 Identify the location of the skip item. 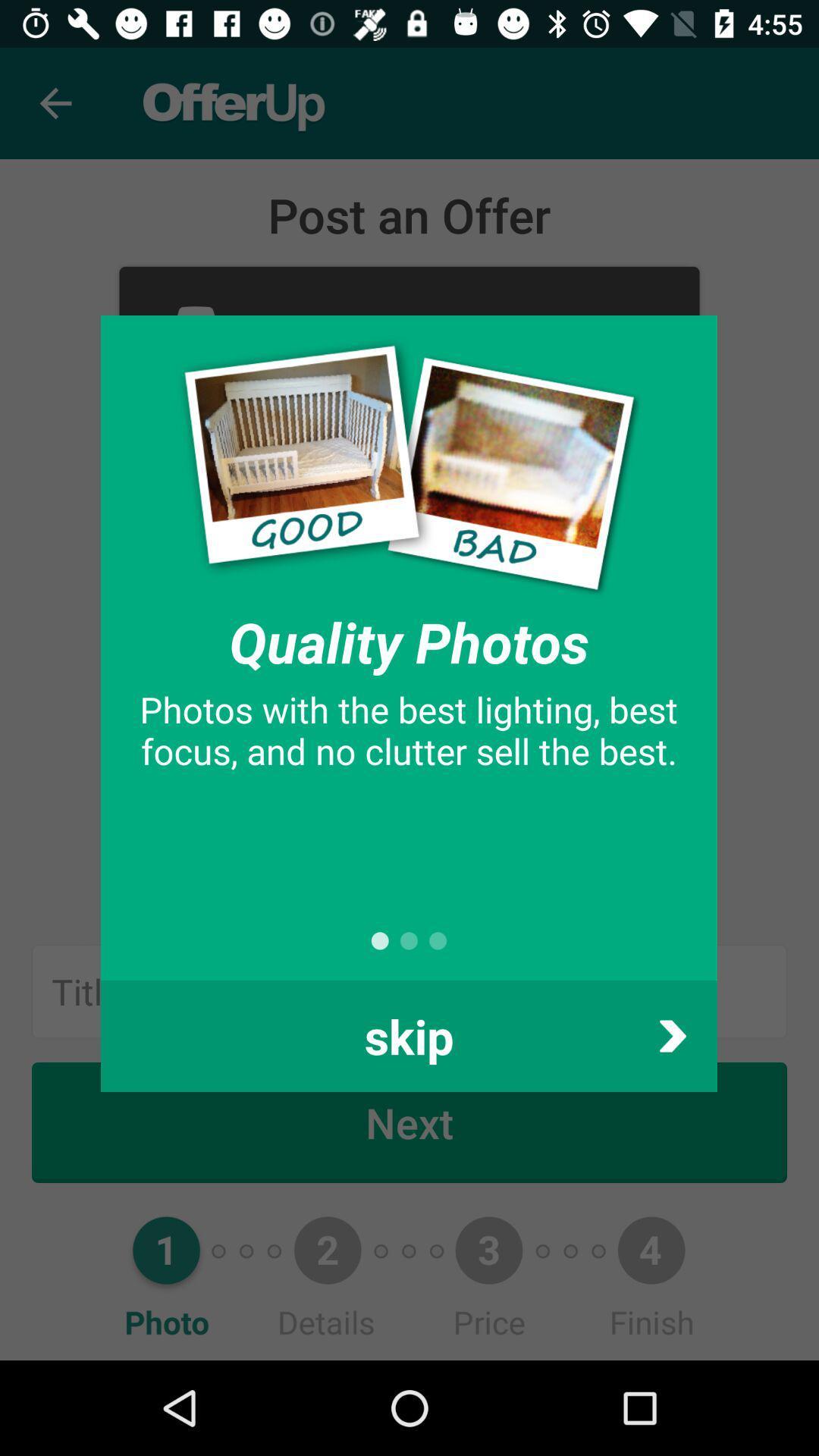
(408, 1035).